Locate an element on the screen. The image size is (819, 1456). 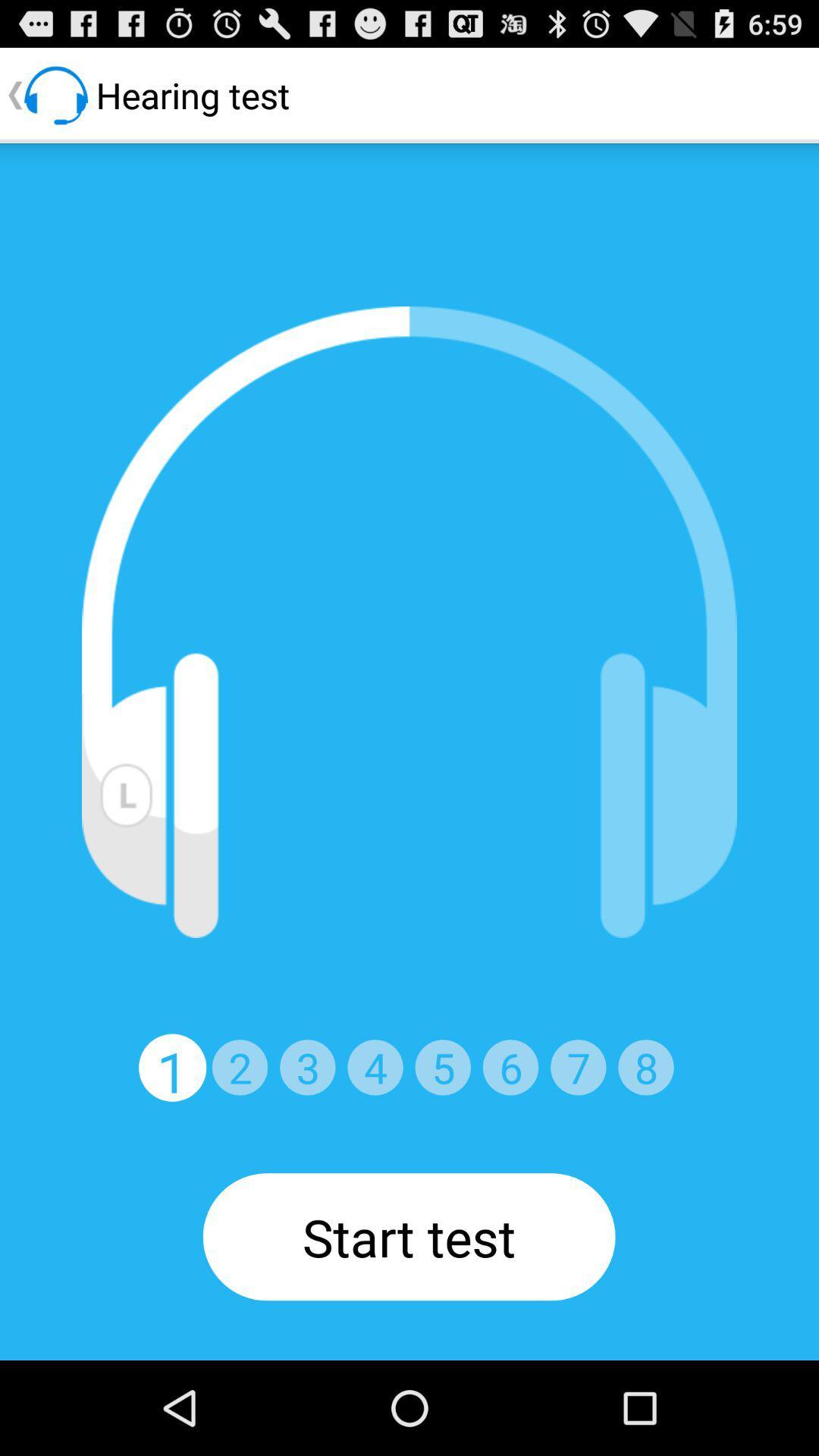
the start test button is located at coordinates (408, 1237).